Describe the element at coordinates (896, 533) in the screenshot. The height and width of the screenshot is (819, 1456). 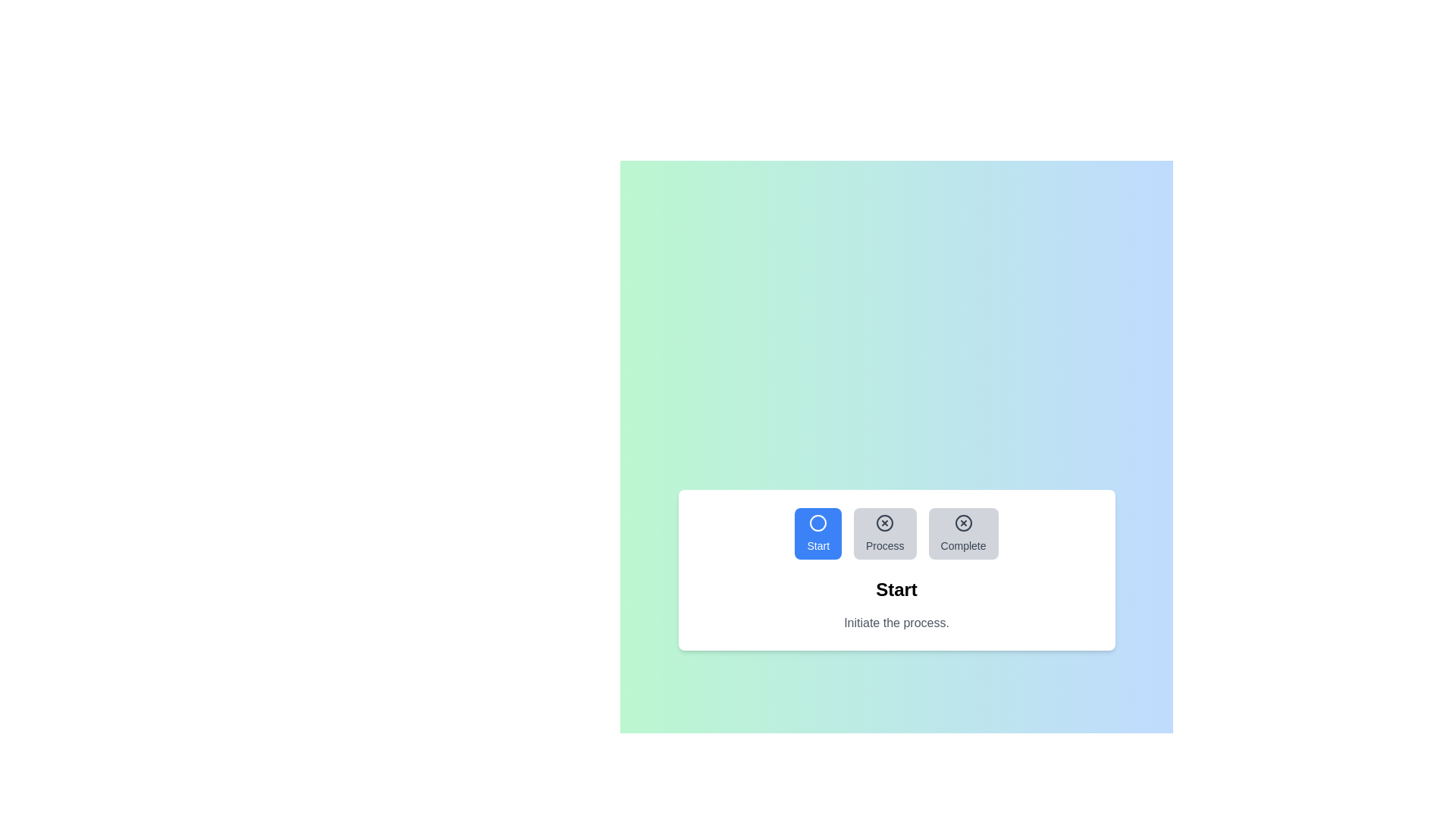
I see `the central 'Process' button in the horizontal navigation bar` at that location.